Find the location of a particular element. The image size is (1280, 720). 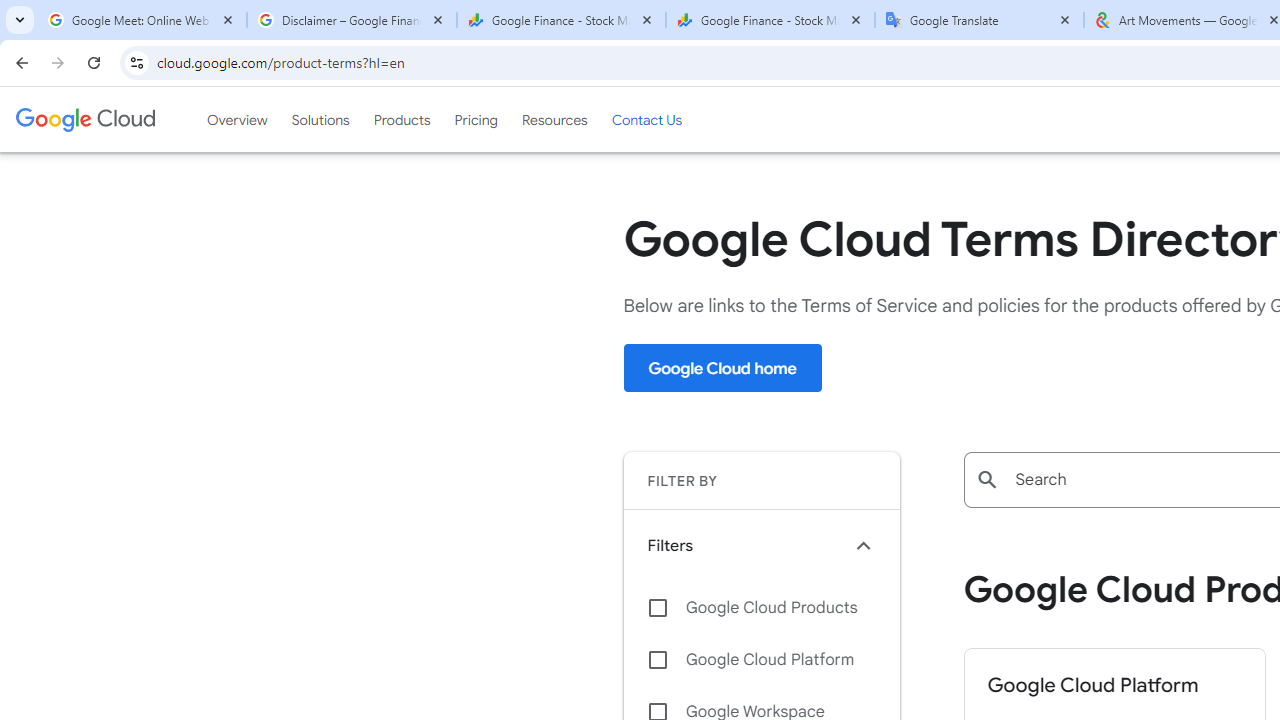

'Contact Us' is located at coordinates (647, 119).